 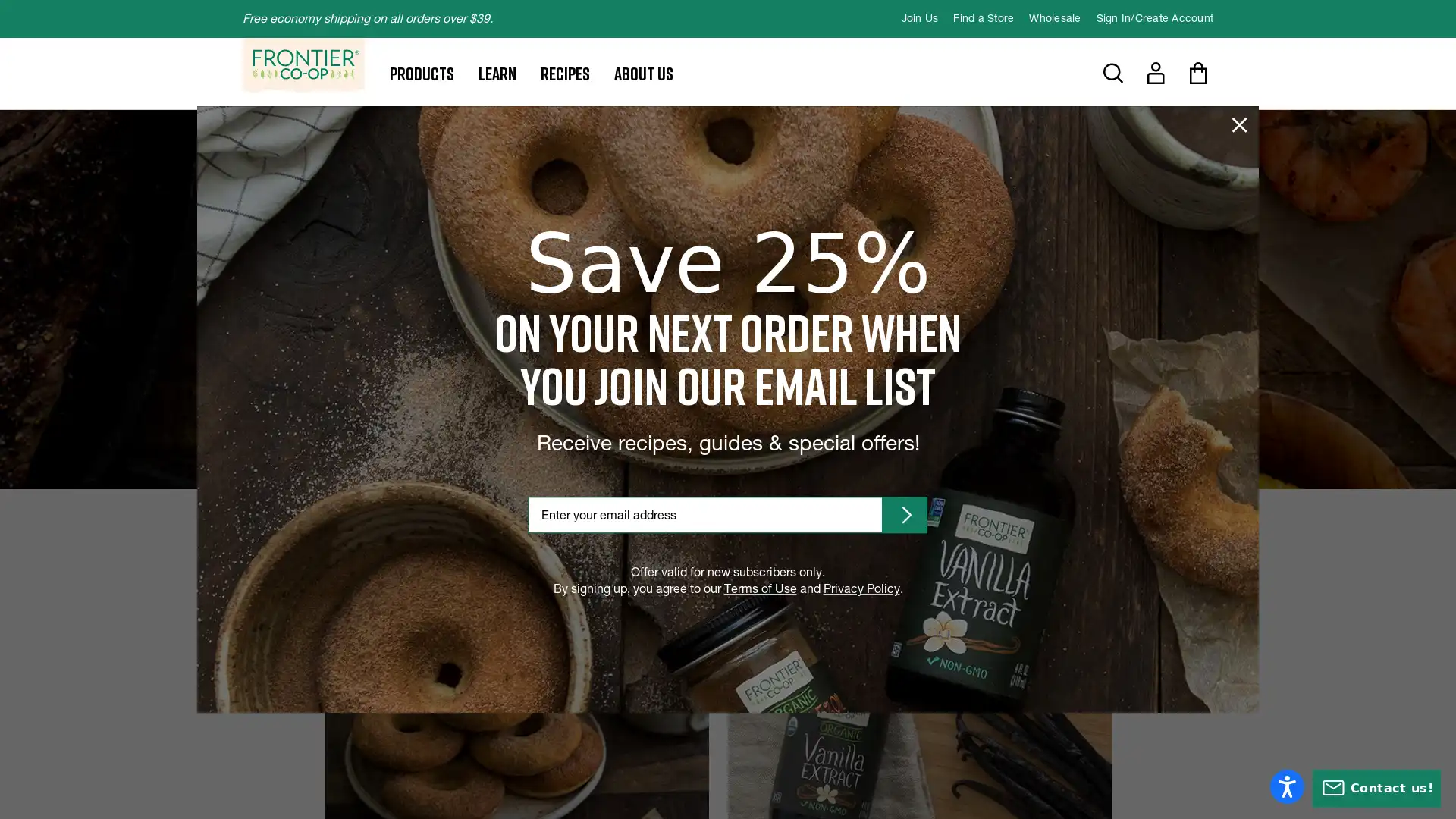 I want to click on ltkpopup-arrow-btn, so click(x=905, y=513).